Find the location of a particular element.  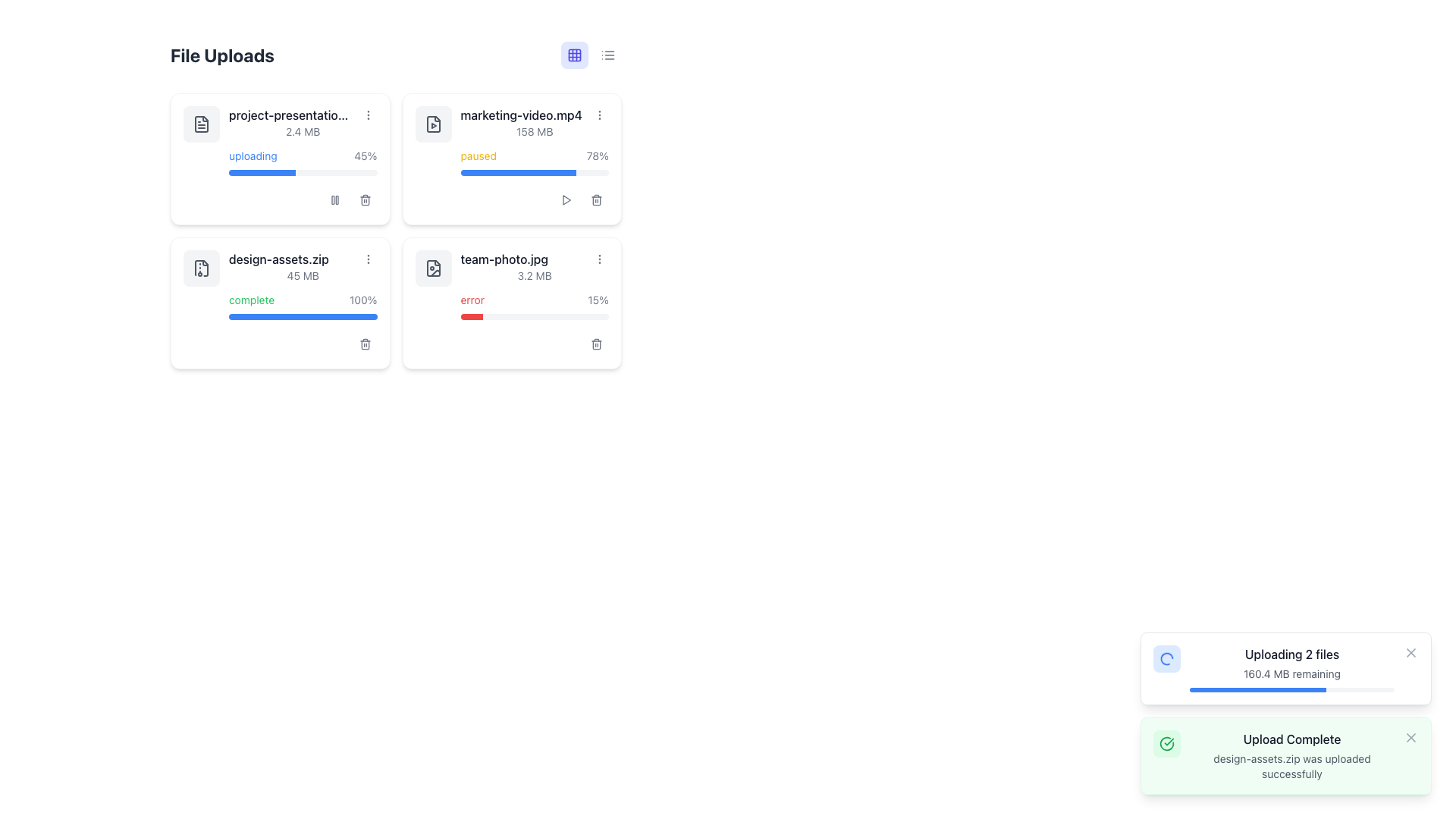

the delete button located in the bottom-right corner of the card representing the file 'marketing-video.mp4' to initiate the deletion process is located at coordinates (596, 199).